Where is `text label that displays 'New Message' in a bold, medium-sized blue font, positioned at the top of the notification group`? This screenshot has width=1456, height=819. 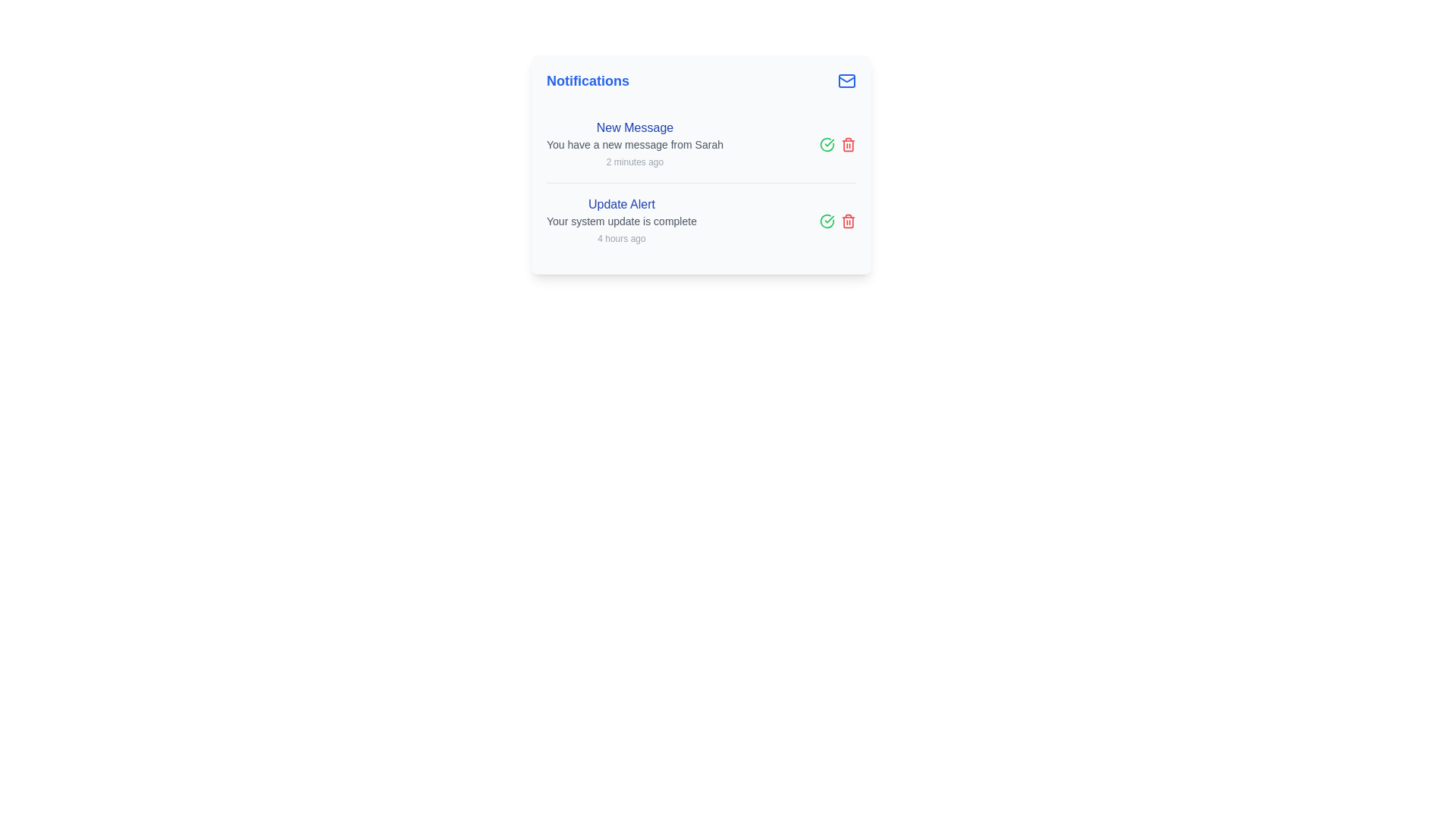 text label that displays 'New Message' in a bold, medium-sized blue font, positioned at the top of the notification group is located at coordinates (635, 127).